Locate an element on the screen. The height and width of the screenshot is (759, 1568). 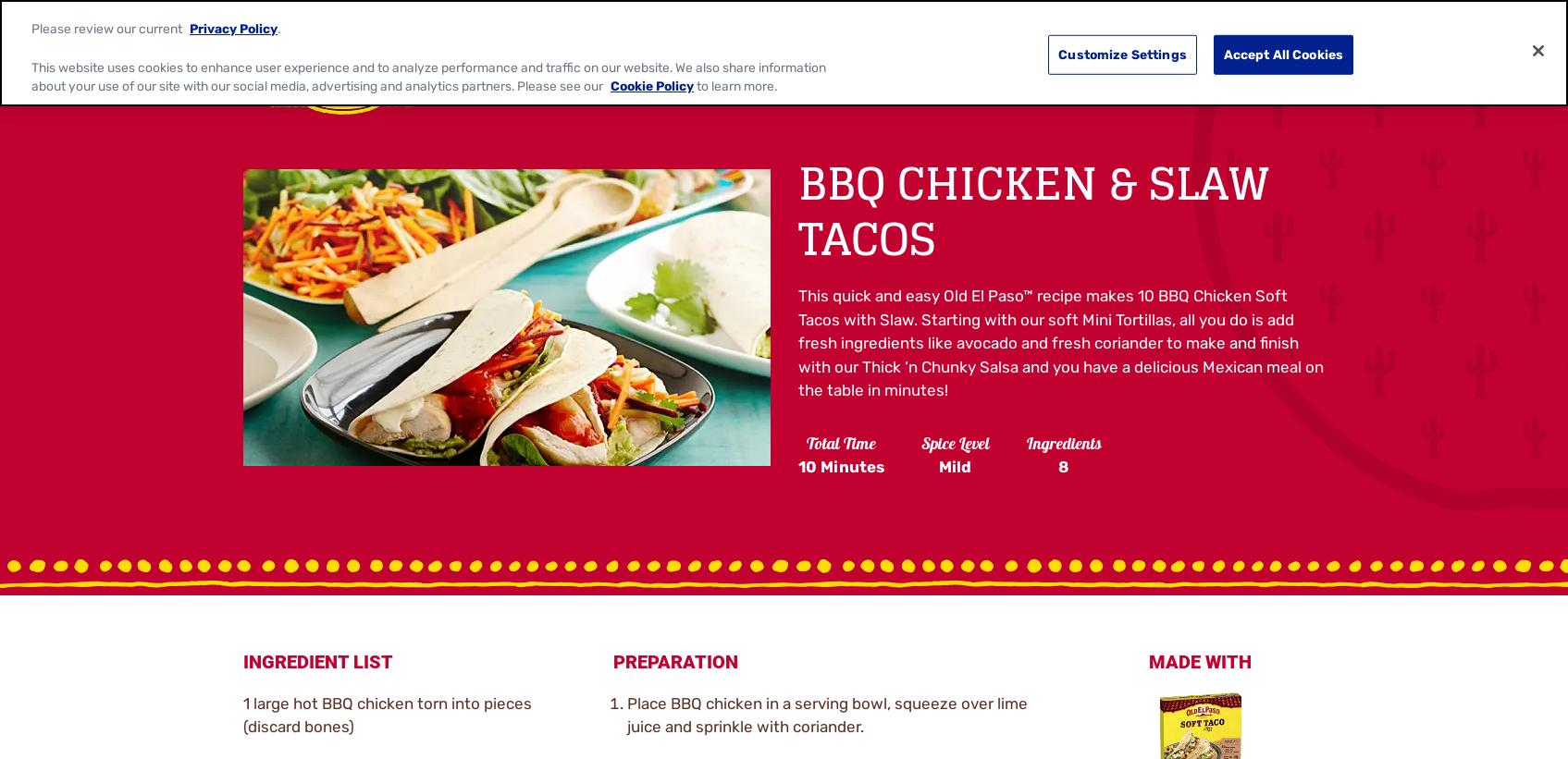
'BBQ Chicken & Slaw Tacos' is located at coordinates (1031, 209).